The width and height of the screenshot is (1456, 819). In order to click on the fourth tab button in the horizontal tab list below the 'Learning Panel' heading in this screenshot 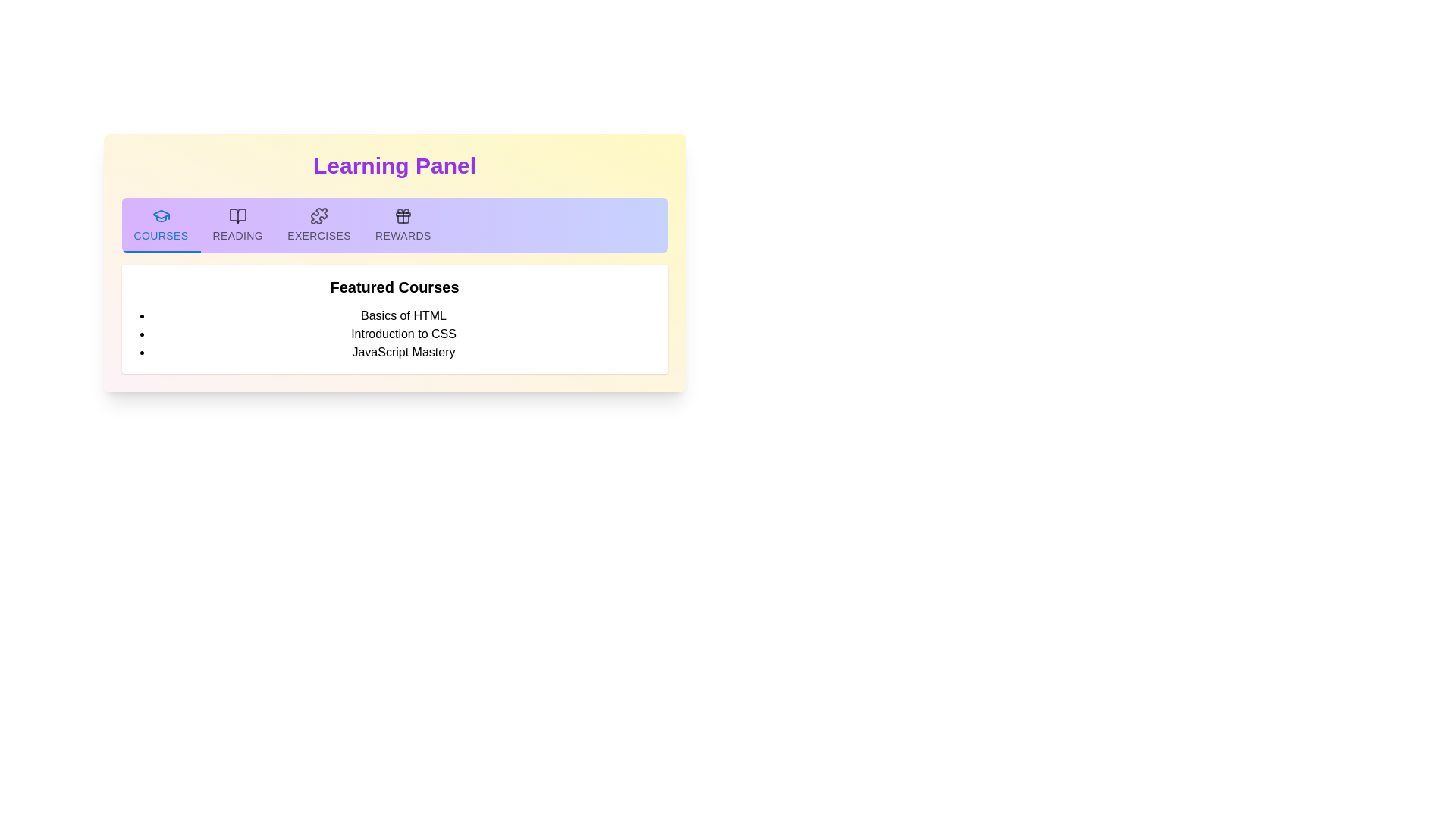, I will do `click(403, 225)`.